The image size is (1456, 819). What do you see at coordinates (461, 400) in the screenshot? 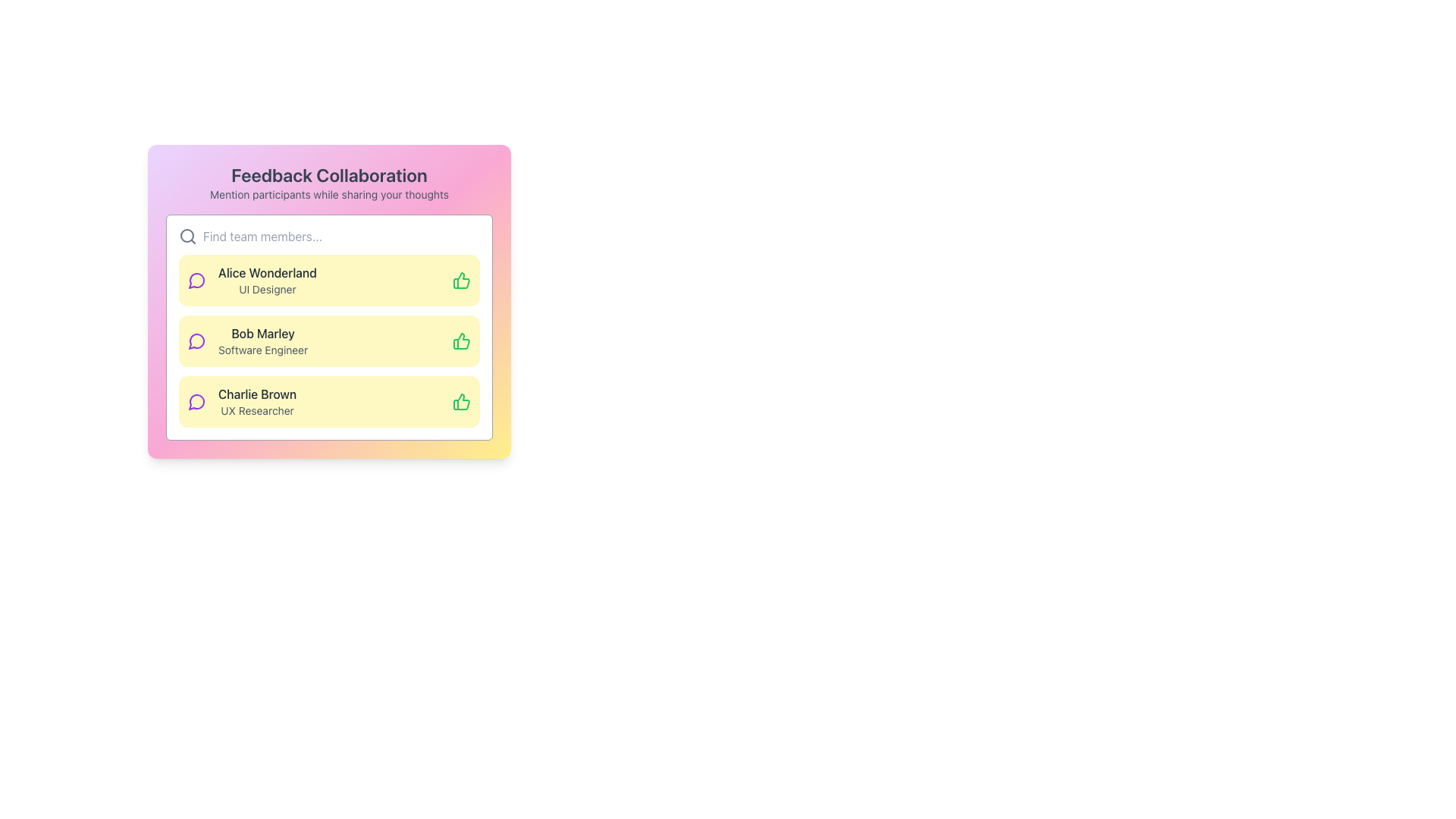
I see `the like icon located at the bottom right corner of Charlie Brown's profile card, next to 'UX Researcher', to express approval` at bounding box center [461, 400].